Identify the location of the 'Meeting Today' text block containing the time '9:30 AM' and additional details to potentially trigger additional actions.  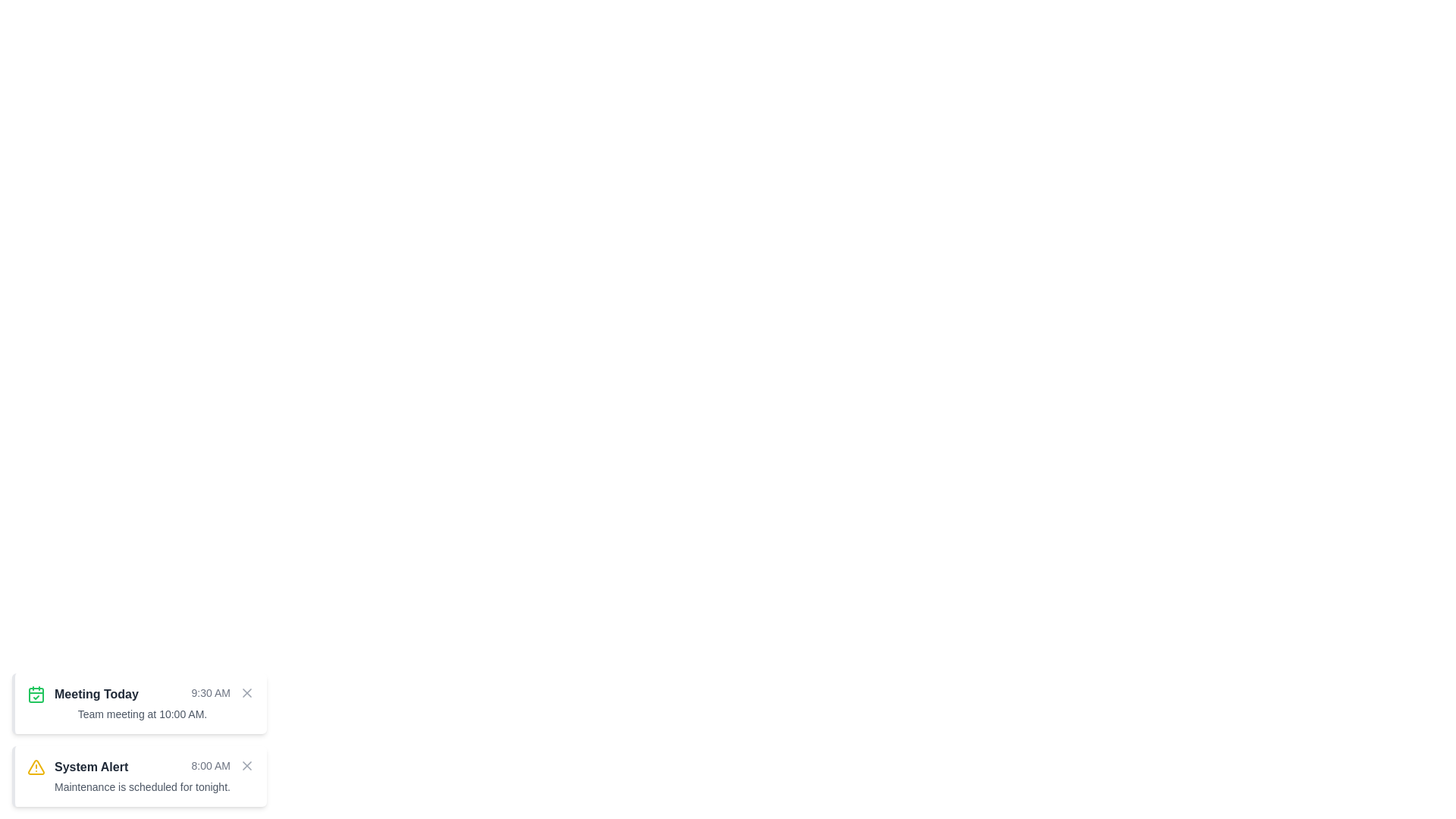
(142, 704).